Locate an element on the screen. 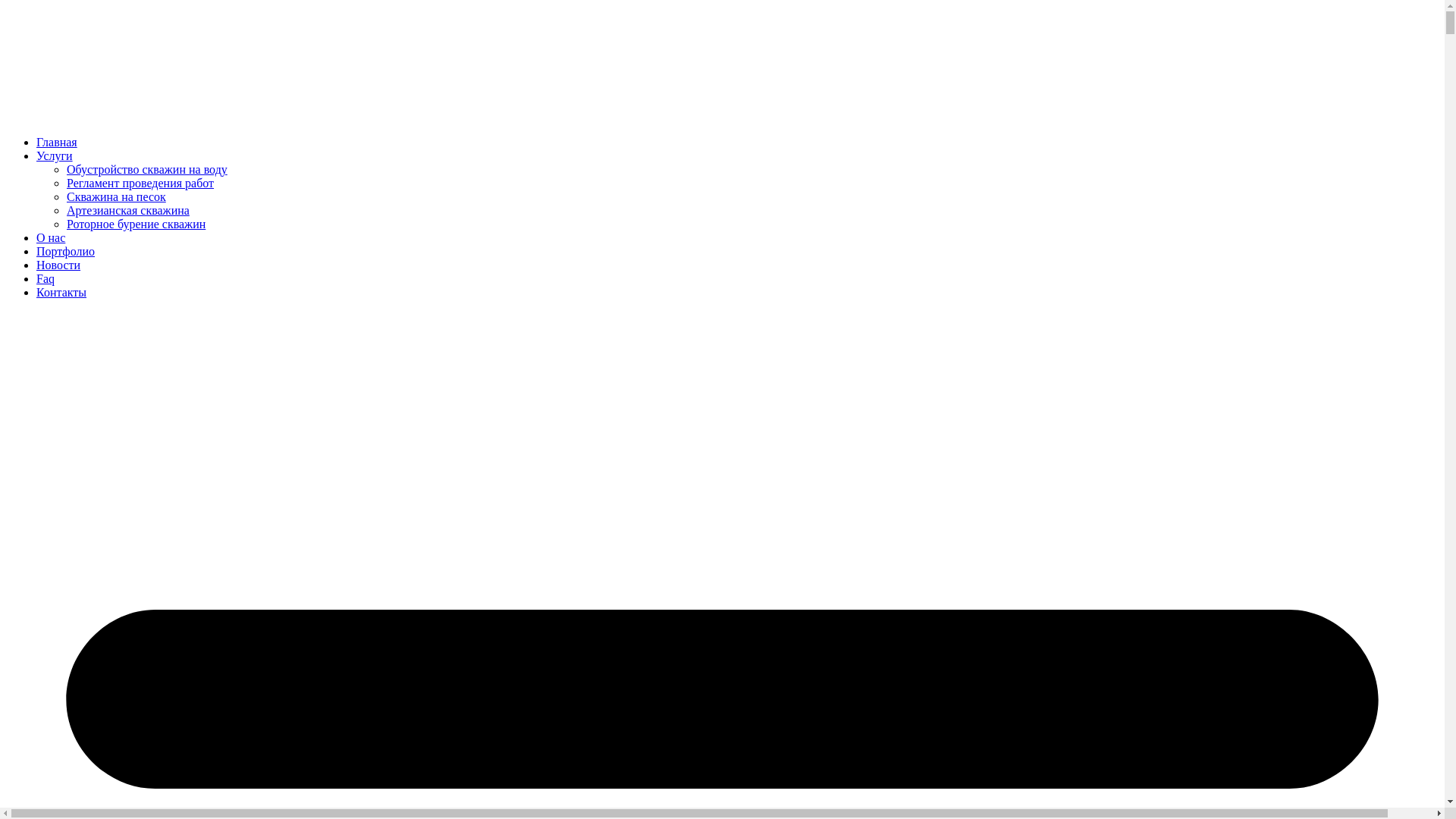 This screenshot has width=1456, height=819. 'Faq' is located at coordinates (45, 278).